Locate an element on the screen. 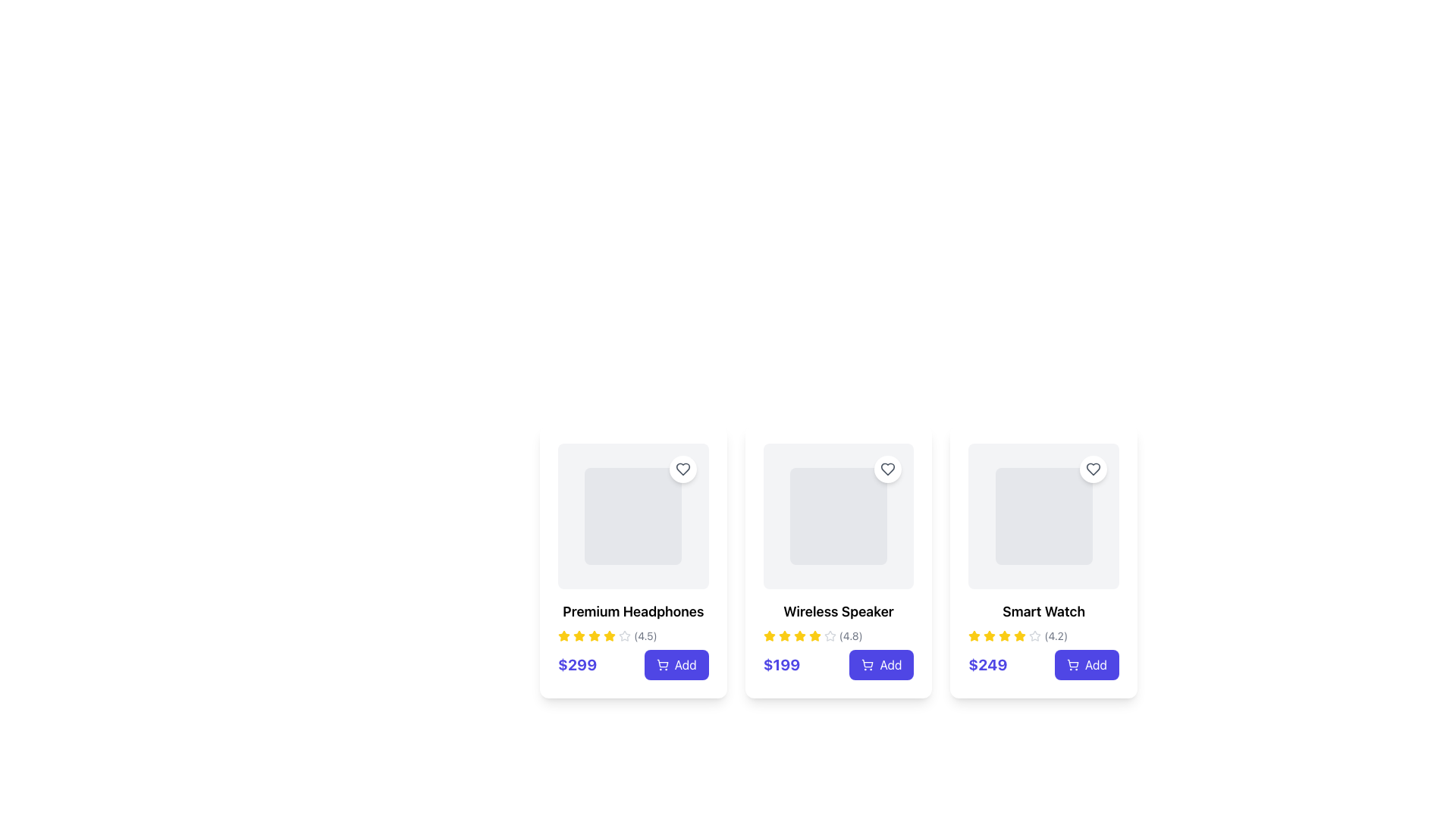 This screenshot has width=1456, height=819. the second star icon in the rating feature for the 'Wireless Speaker', which is a vivid yellow five-pointed star located below the product image and title is located at coordinates (784, 635).